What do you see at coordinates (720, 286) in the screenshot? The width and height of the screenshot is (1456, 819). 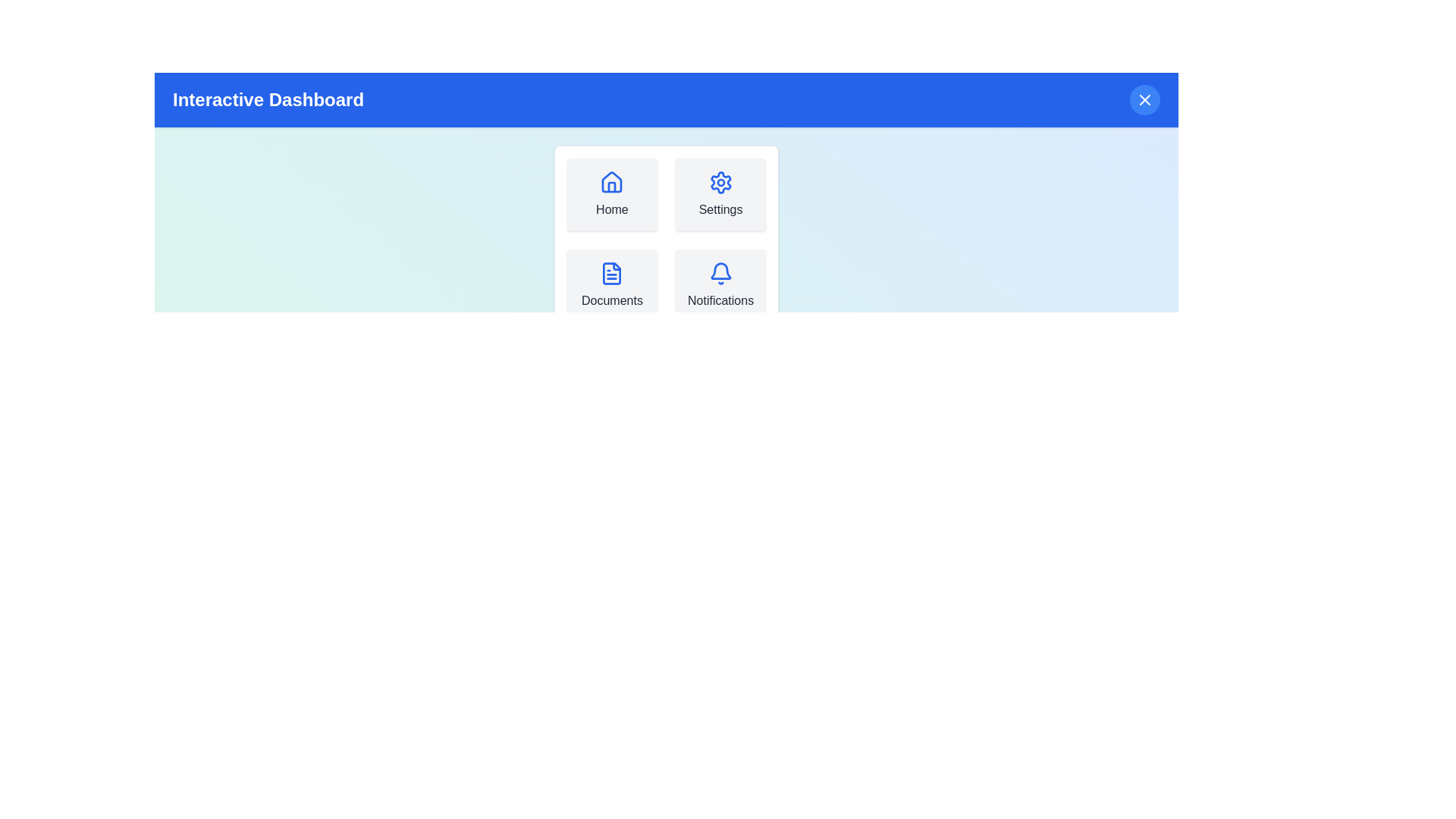 I see `the menu item Notifications` at bounding box center [720, 286].